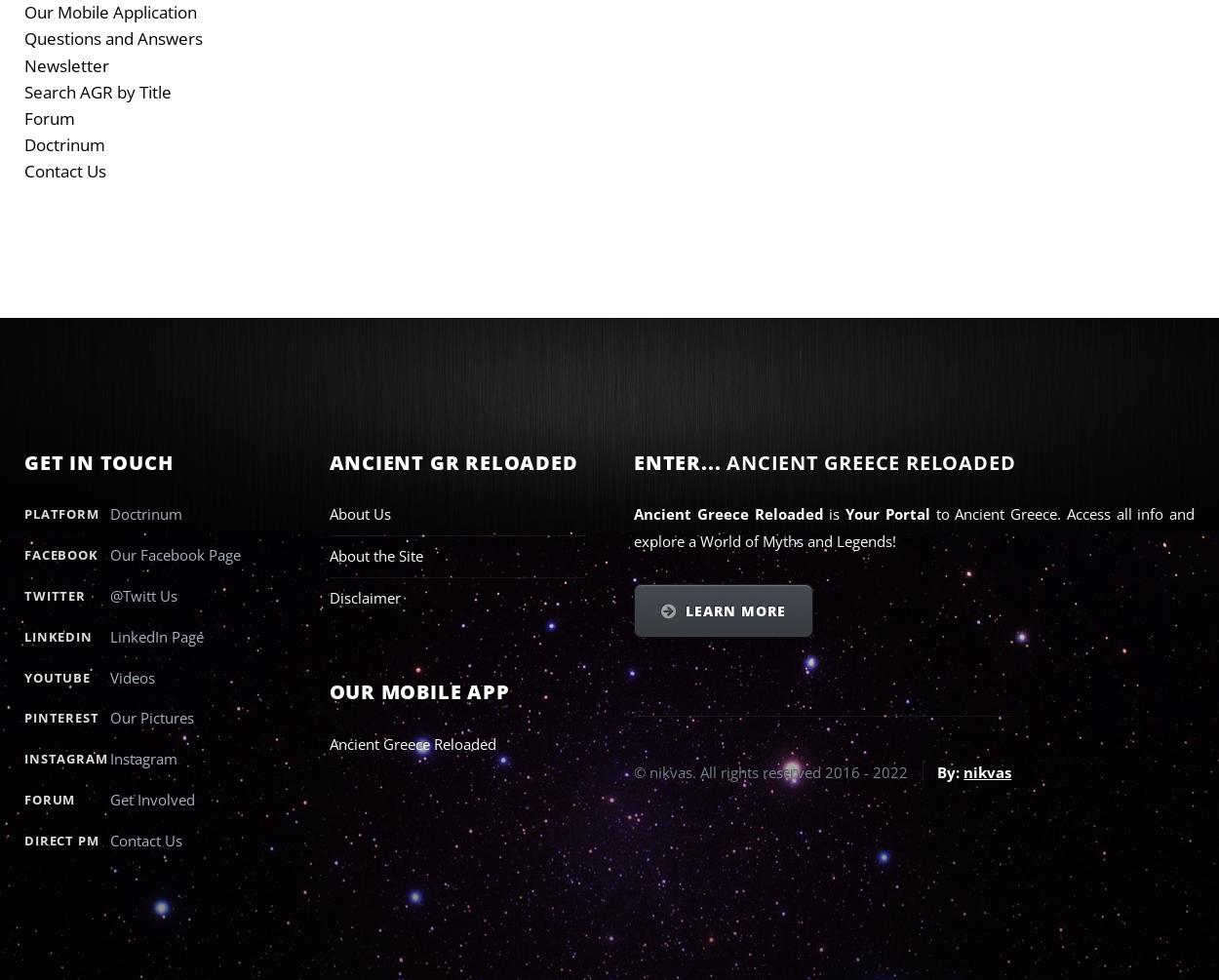  I want to click on 'About Us', so click(328, 513).